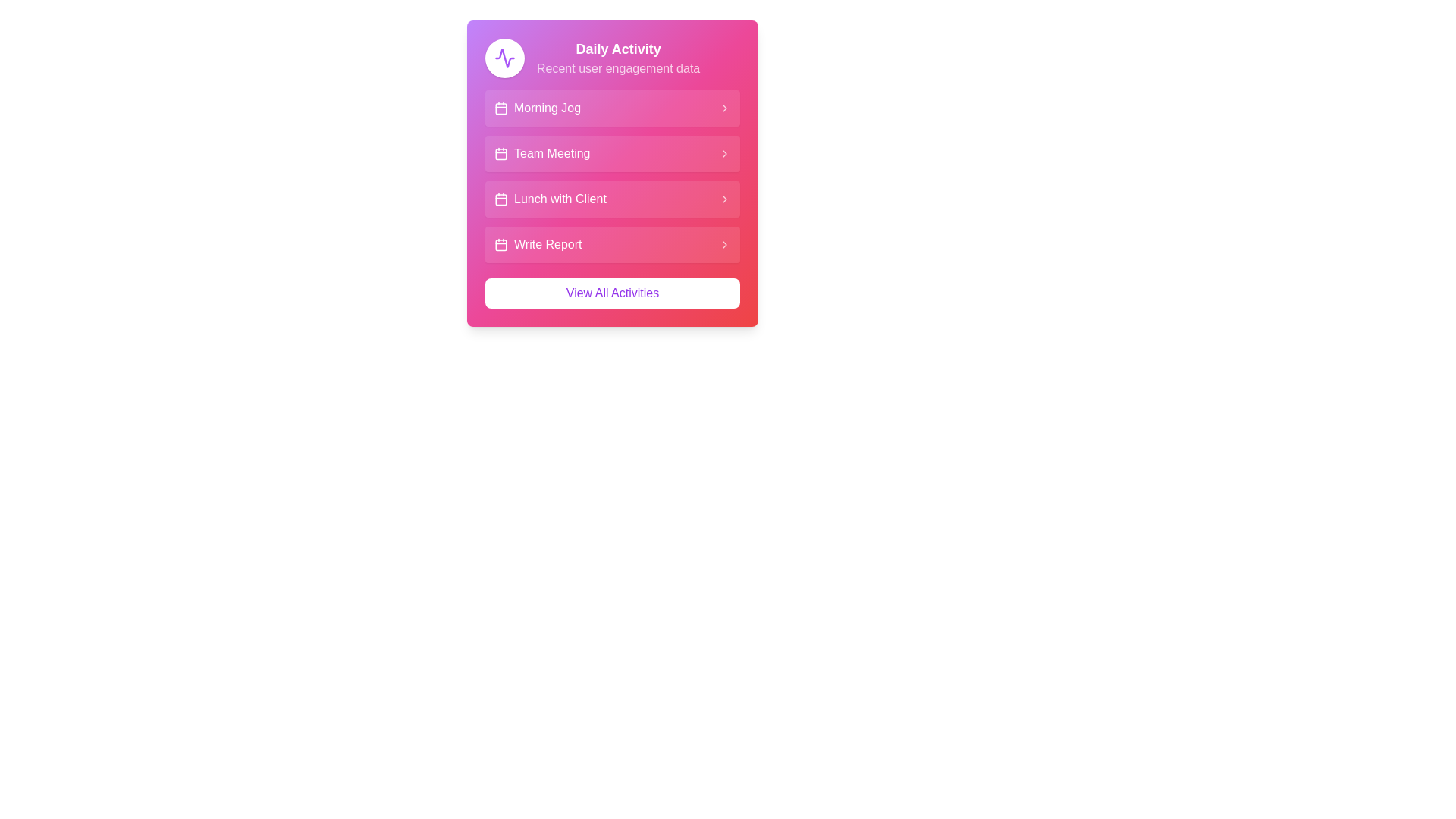  What do you see at coordinates (538, 107) in the screenshot?
I see `text label indicating 'Morning Jog', which is positioned to the right of a calendar icon and below the 'Daily Activity' header` at bounding box center [538, 107].